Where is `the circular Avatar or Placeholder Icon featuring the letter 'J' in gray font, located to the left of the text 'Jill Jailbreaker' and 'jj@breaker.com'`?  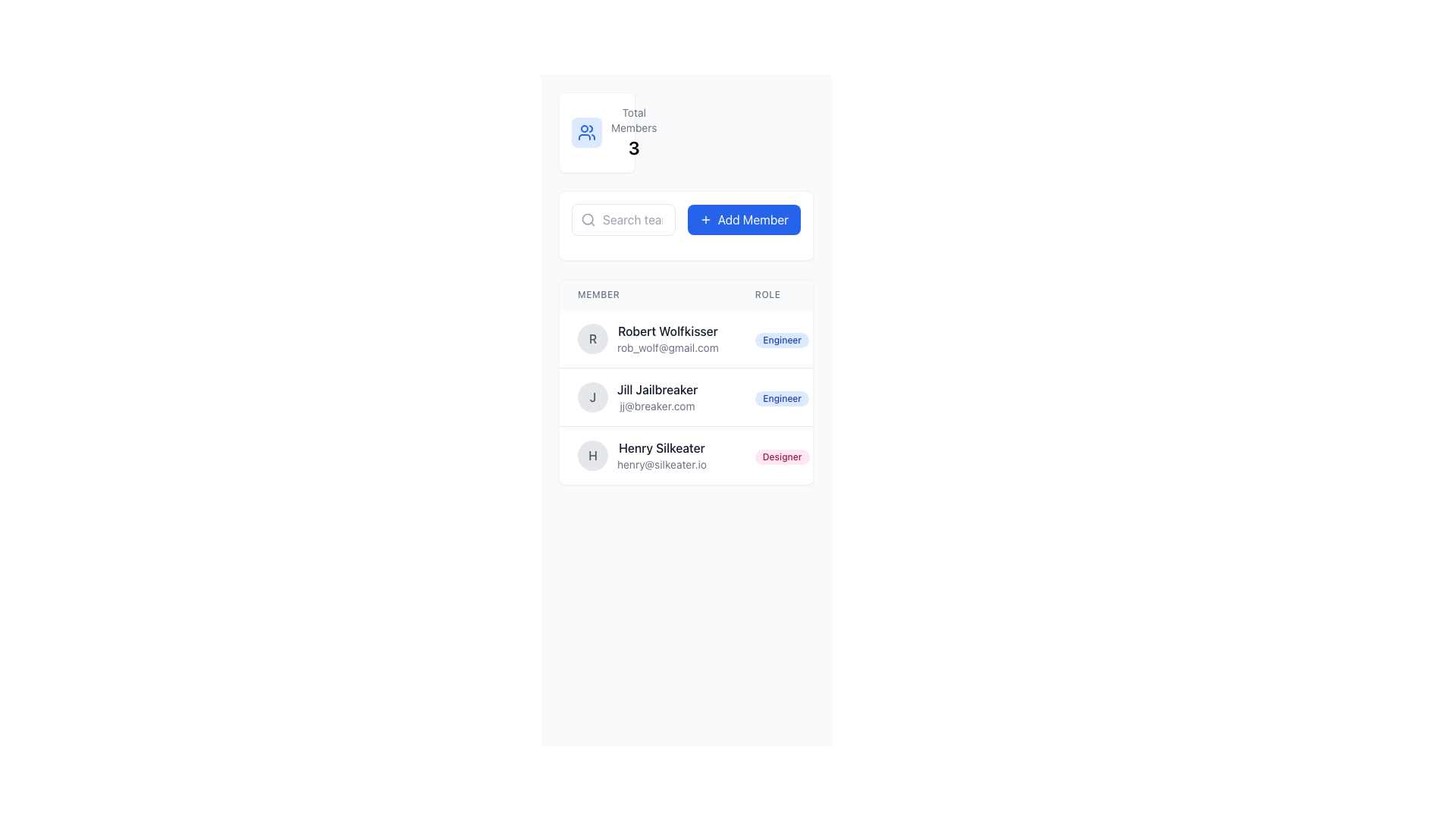
the circular Avatar or Placeholder Icon featuring the letter 'J' in gray font, located to the left of the text 'Jill Jailbreaker' and 'jj@breaker.com' is located at coordinates (592, 397).